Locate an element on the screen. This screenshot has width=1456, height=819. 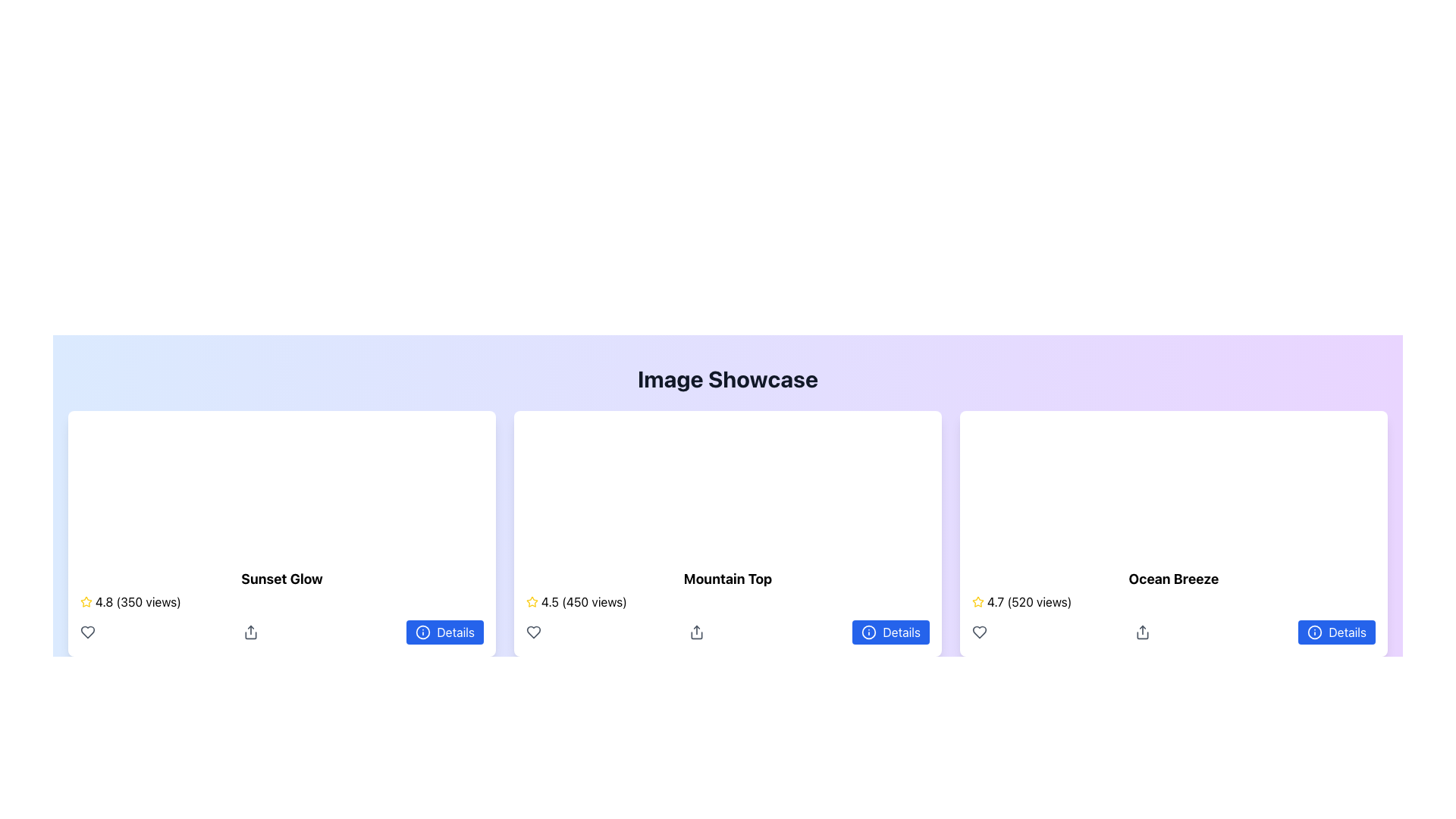
the yellow star icon, which is part of the rating display, to use it as a visual cue is located at coordinates (86, 601).